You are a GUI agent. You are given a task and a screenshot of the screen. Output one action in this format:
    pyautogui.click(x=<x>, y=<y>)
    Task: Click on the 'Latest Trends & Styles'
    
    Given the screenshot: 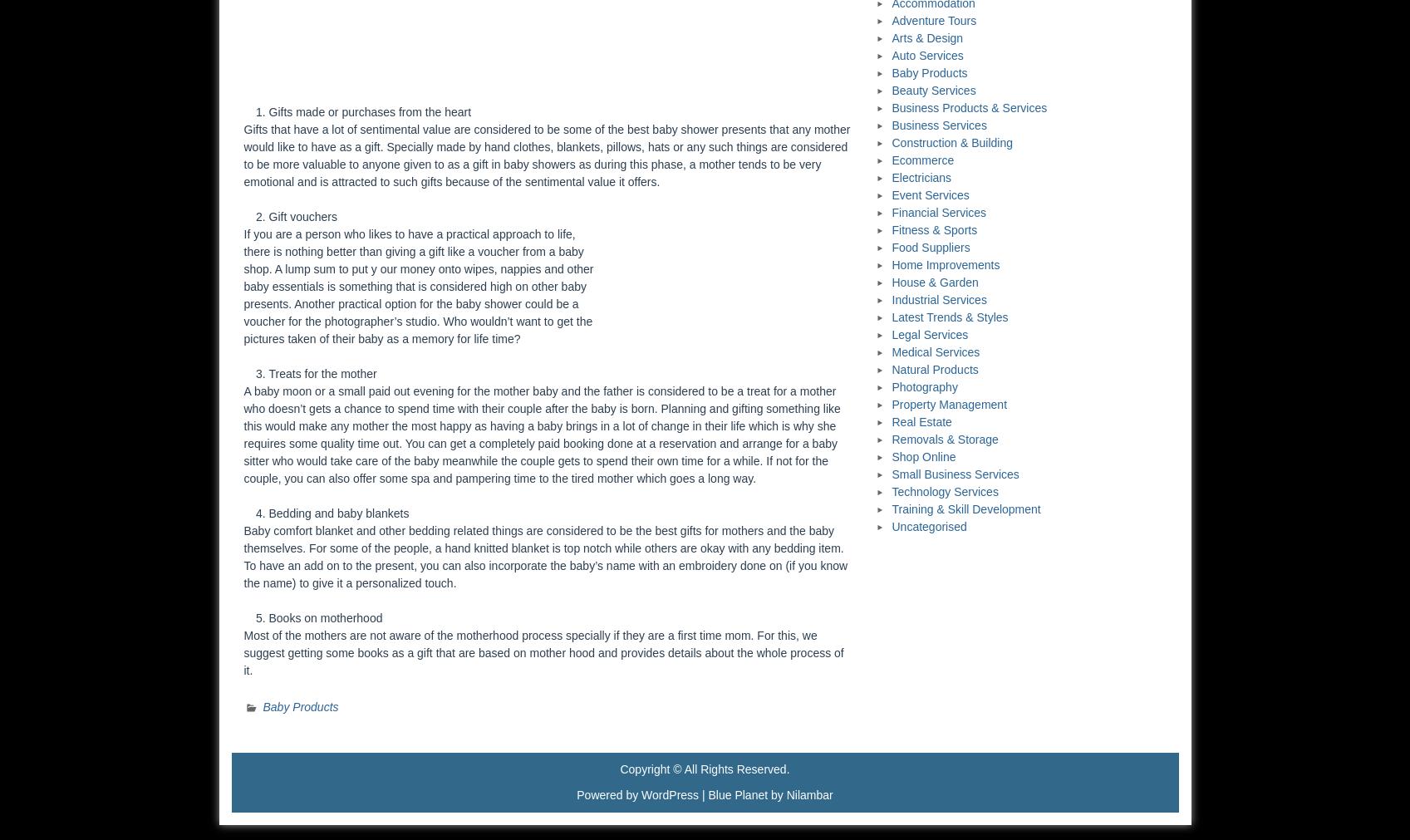 What is the action you would take?
    pyautogui.click(x=949, y=316)
    